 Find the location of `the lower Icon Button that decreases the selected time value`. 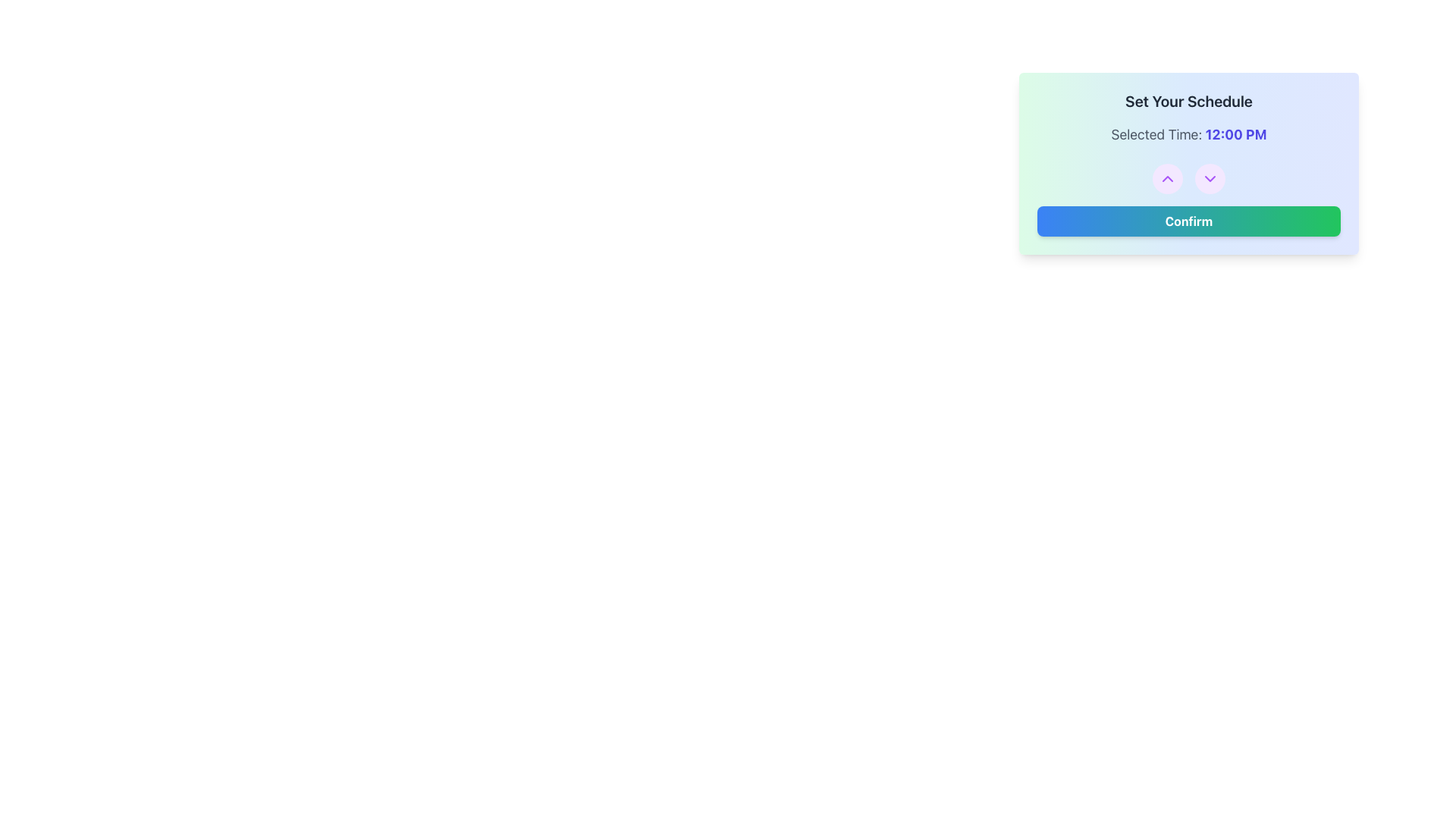

the lower Icon Button that decreases the selected time value is located at coordinates (1210, 177).